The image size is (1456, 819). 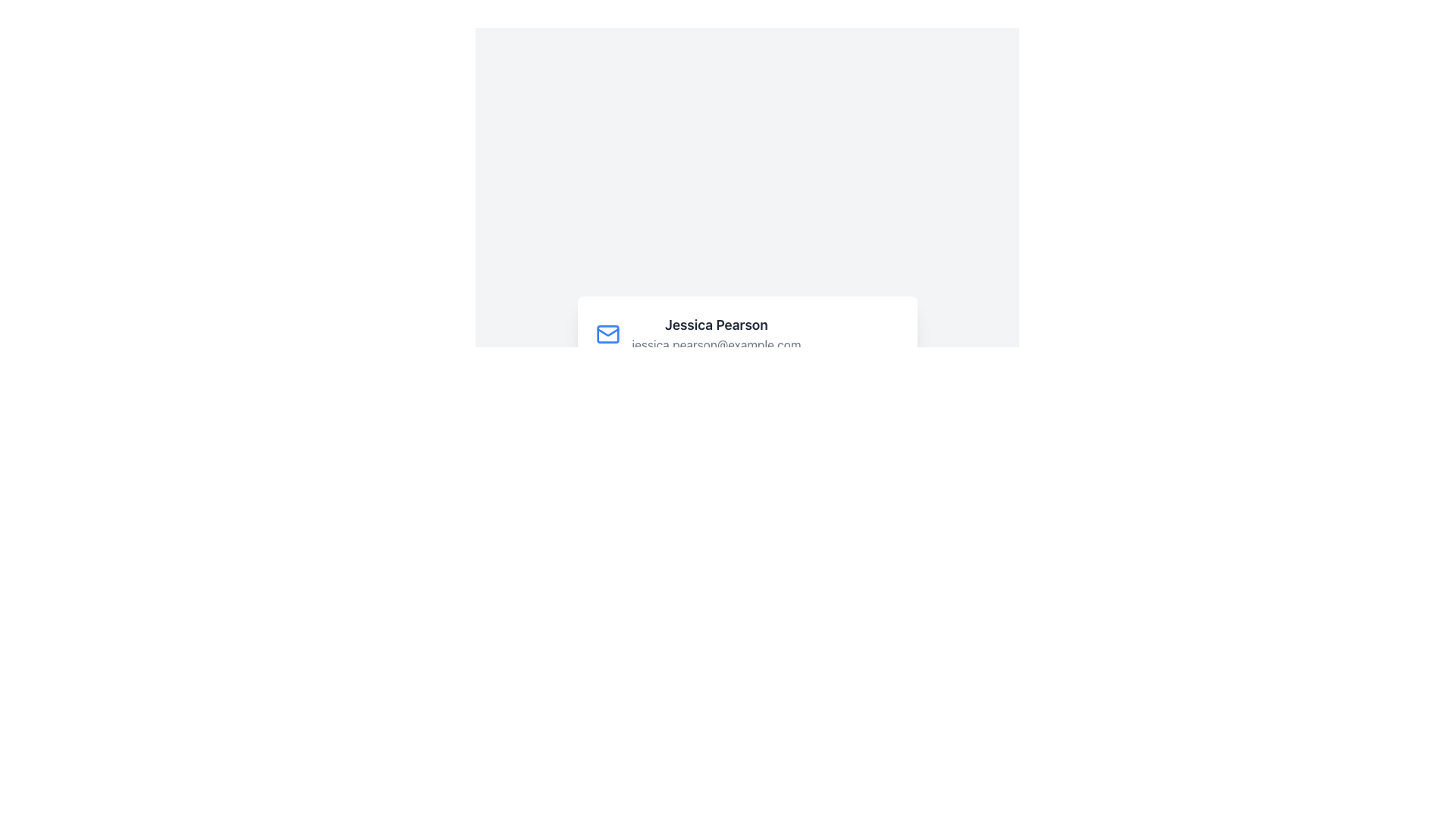 I want to click on the text element displaying 'Jessica Pearson', which is bold and larger in dark gray color, located at the top of a white card-like interface, so click(x=716, y=324).